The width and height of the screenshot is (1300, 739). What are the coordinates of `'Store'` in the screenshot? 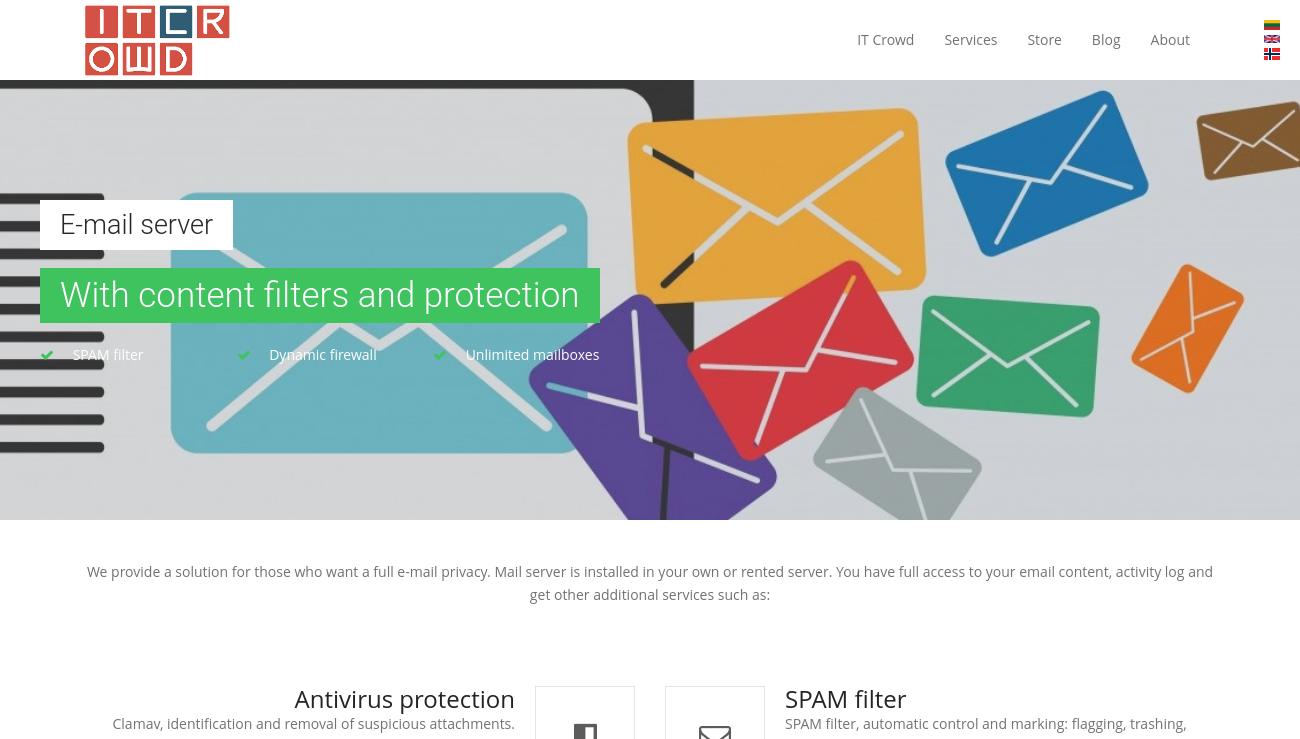 It's located at (1044, 39).